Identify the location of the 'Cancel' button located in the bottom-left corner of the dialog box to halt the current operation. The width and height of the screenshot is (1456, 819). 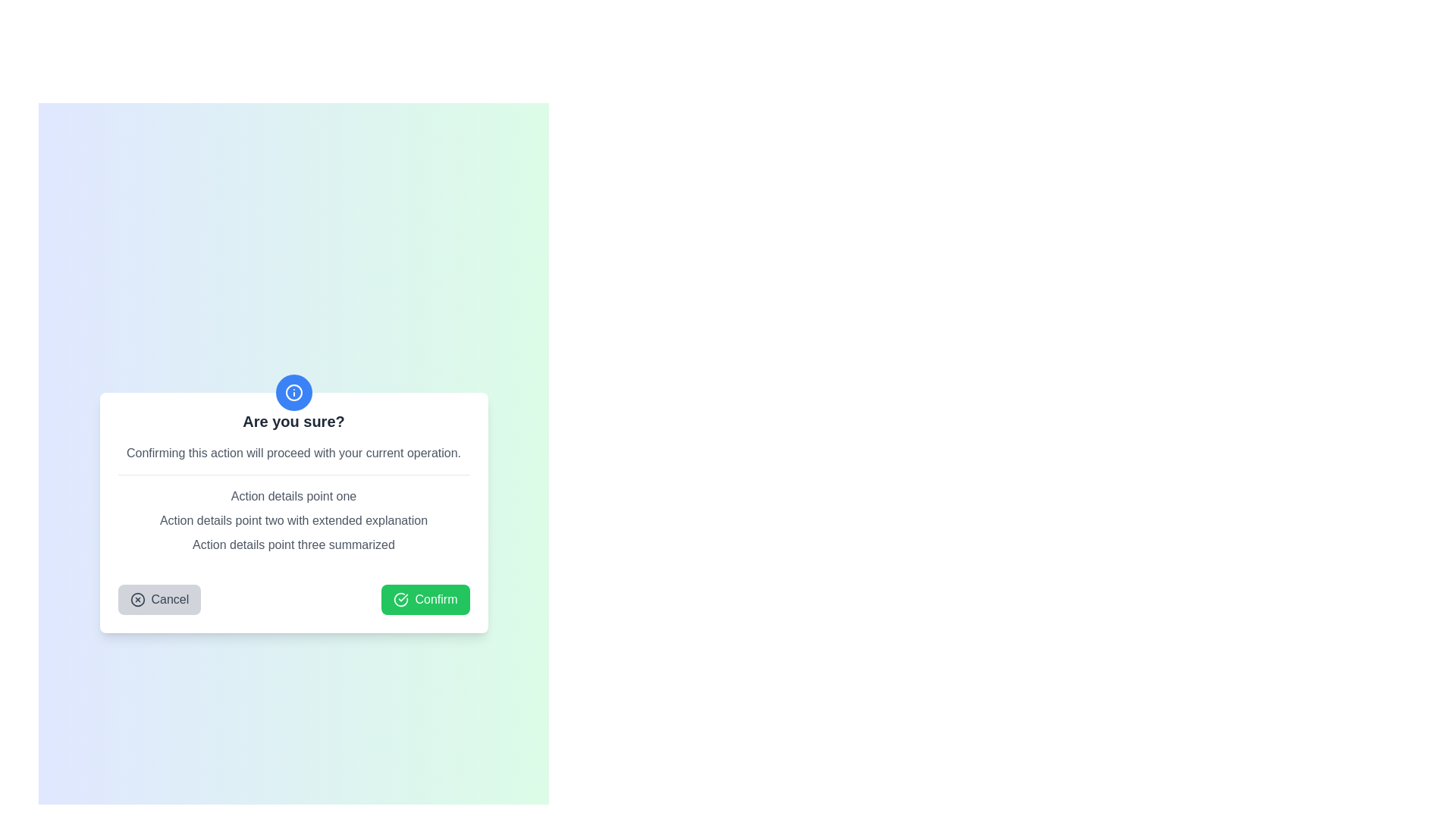
(159, 598).